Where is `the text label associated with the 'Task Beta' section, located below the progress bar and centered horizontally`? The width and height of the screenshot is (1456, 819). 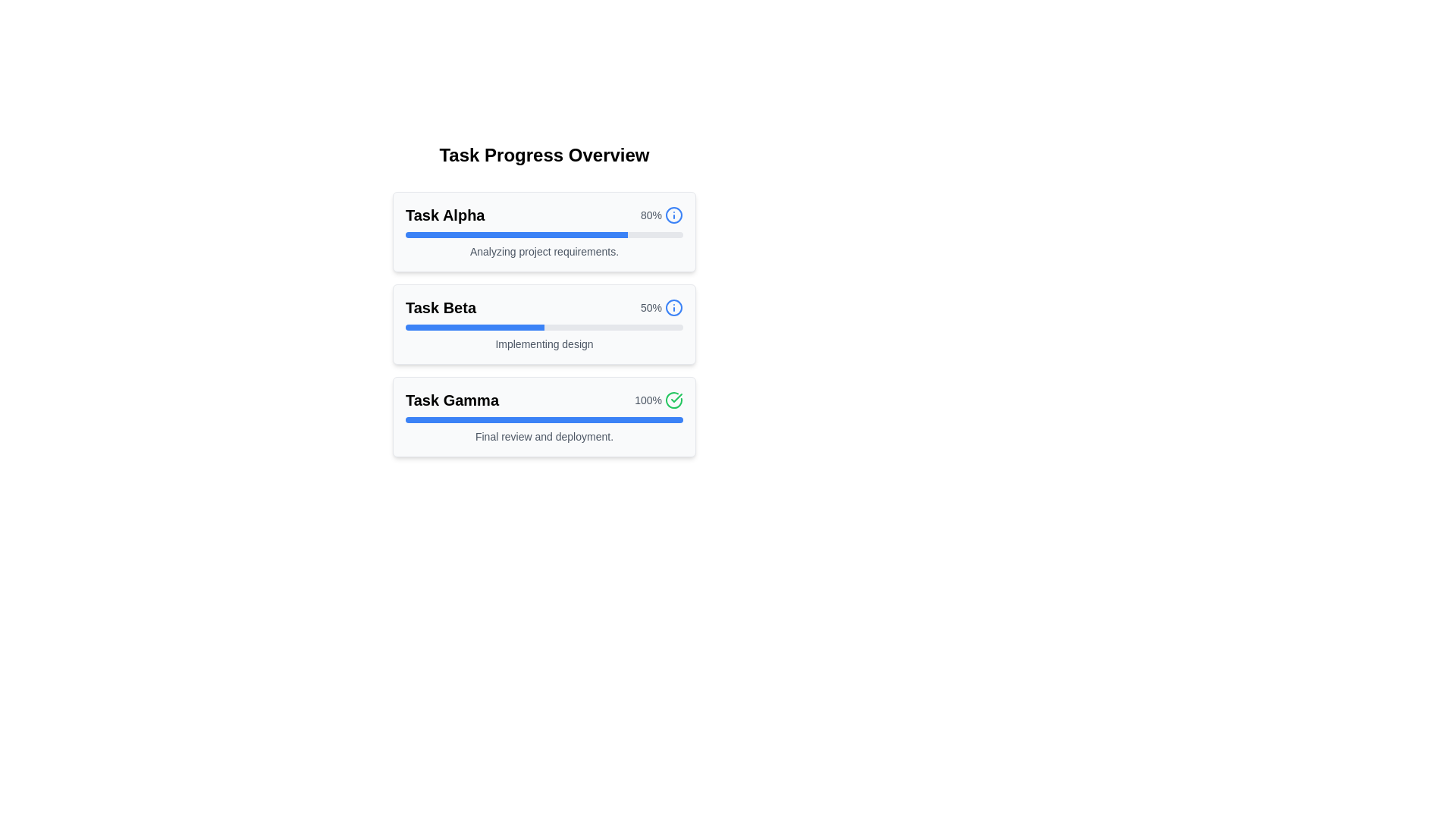 the text label associated with the 'Task Beta' section, located below the progress bar and centered horizontally is located at coordinates (544, 344).